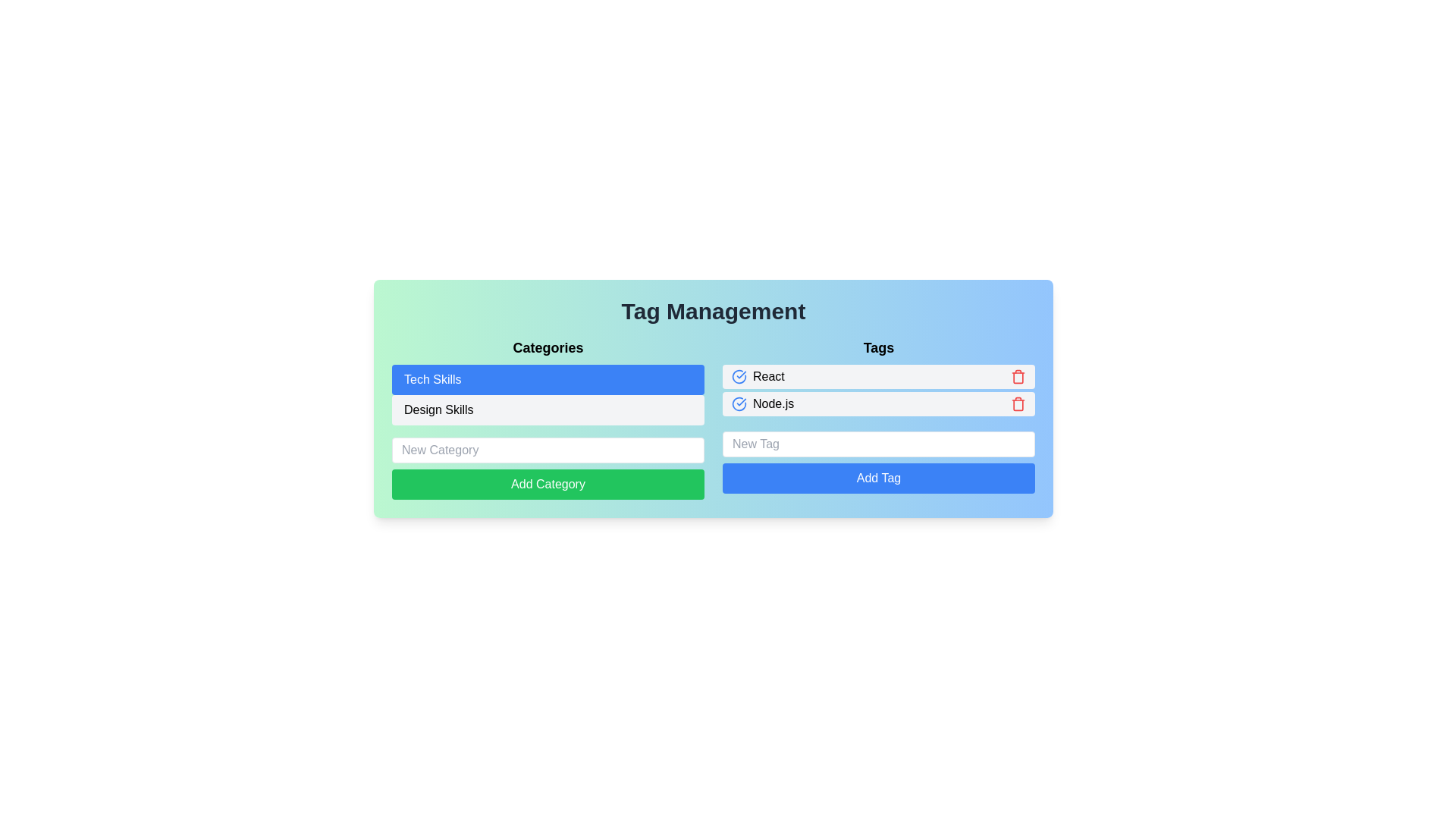 This screenshot has height=819, width=1456. What do you see at coordinates (758, 376) in the screenshot?
I see `the 'React' tag label, which is a visual representation in the 'Tags' section, positioned to the left of its delete icon` at bounding box center [758, 376].